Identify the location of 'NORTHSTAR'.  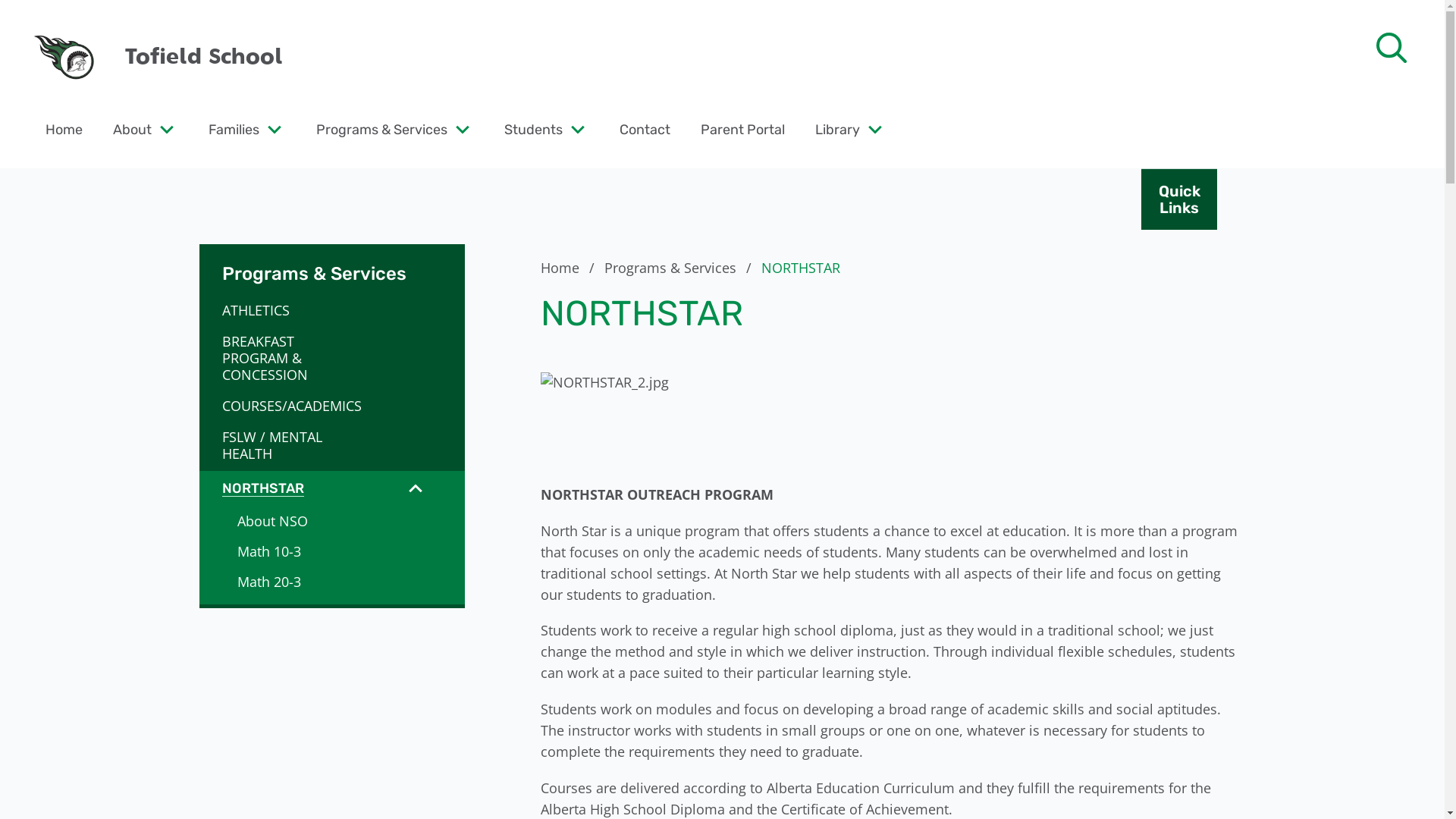
(198, 488).